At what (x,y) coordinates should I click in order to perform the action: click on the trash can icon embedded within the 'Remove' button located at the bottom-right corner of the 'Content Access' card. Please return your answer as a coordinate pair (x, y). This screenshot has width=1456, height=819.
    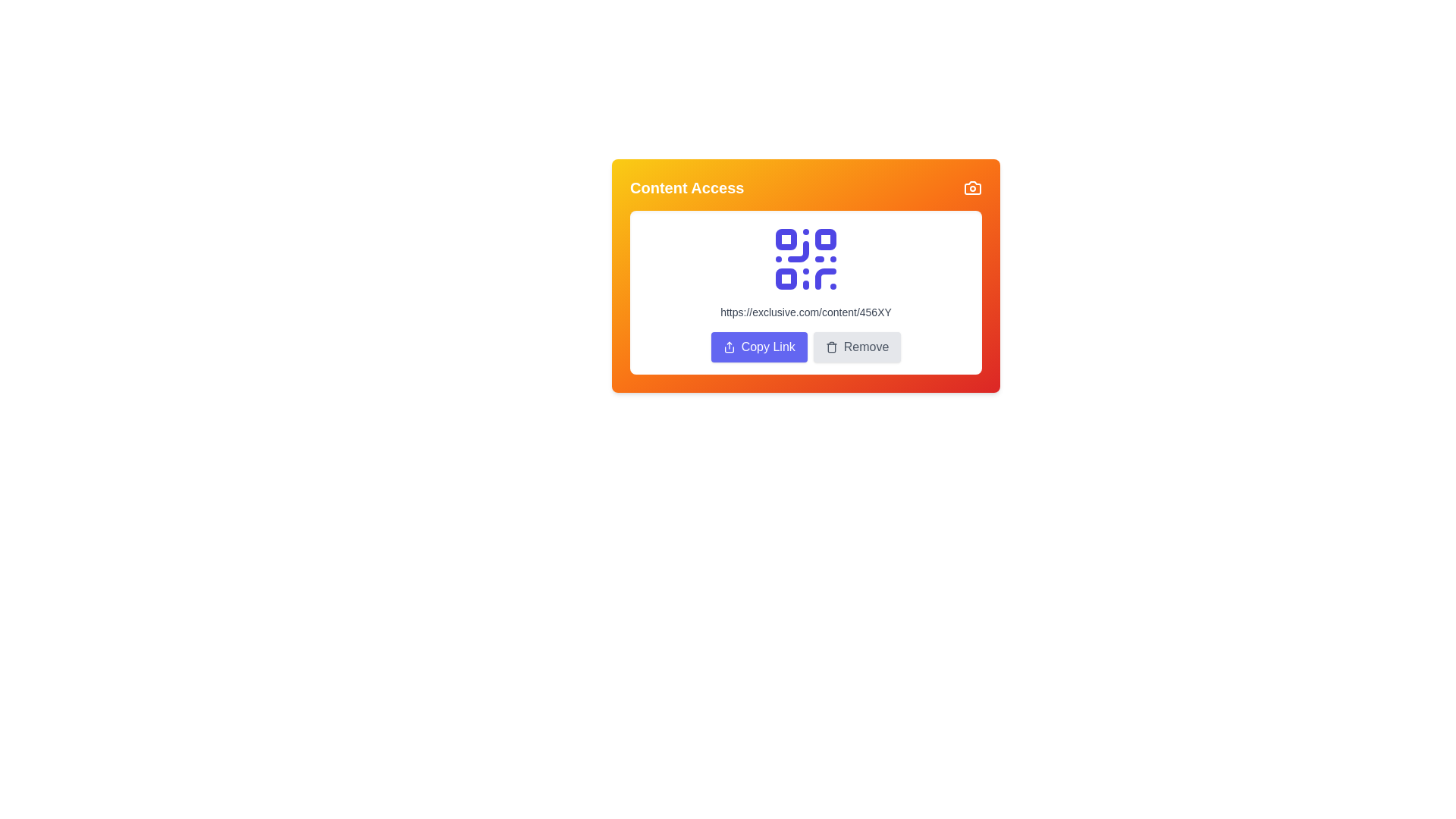
    Looking at the image, I should click on (830, 347).